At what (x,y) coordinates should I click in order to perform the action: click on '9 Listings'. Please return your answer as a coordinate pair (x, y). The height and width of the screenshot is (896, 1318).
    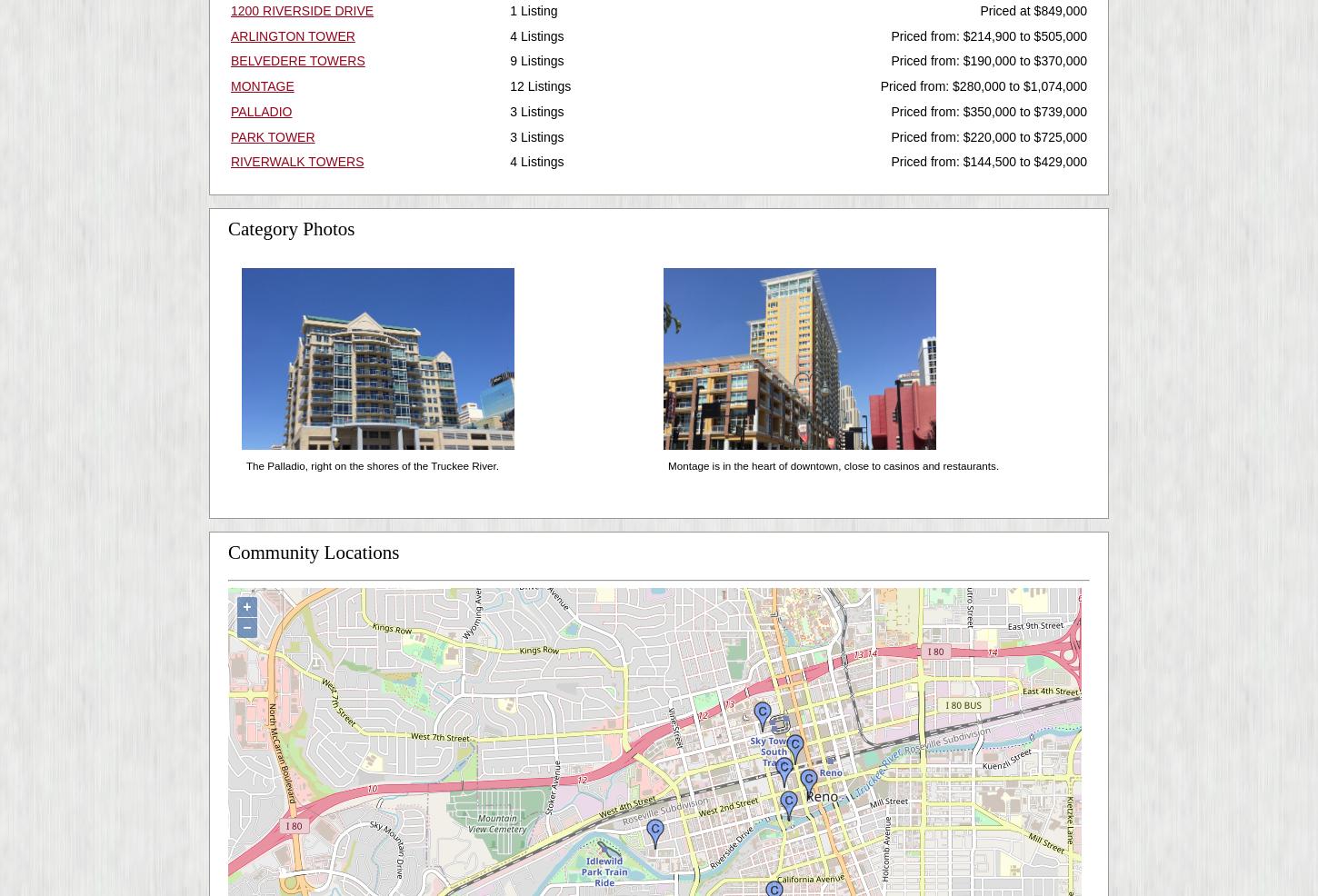
    Looking at the image, I should click on (536, 60).